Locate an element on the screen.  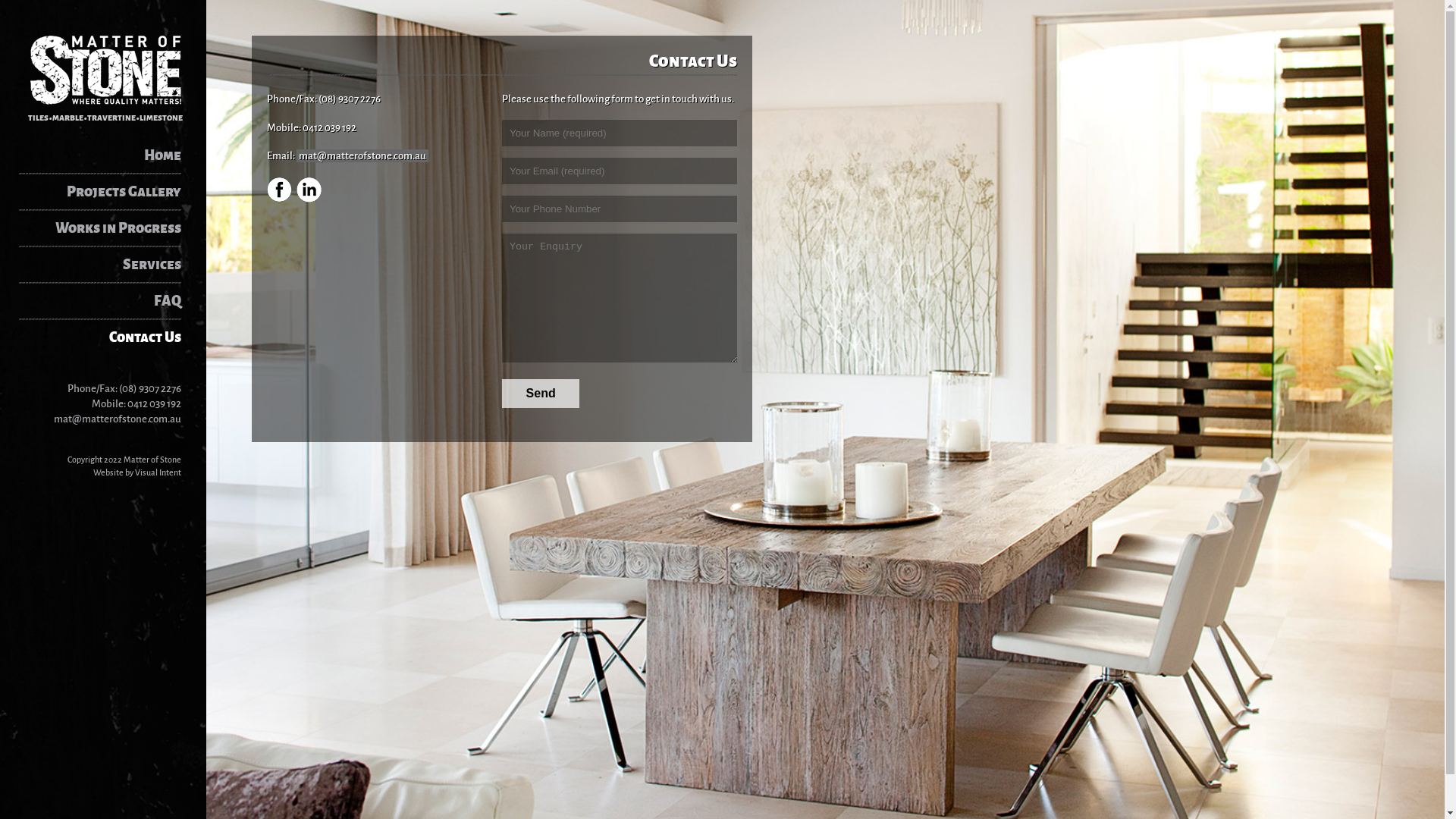
'Works in Progress' is located at coordinates (108, 227).